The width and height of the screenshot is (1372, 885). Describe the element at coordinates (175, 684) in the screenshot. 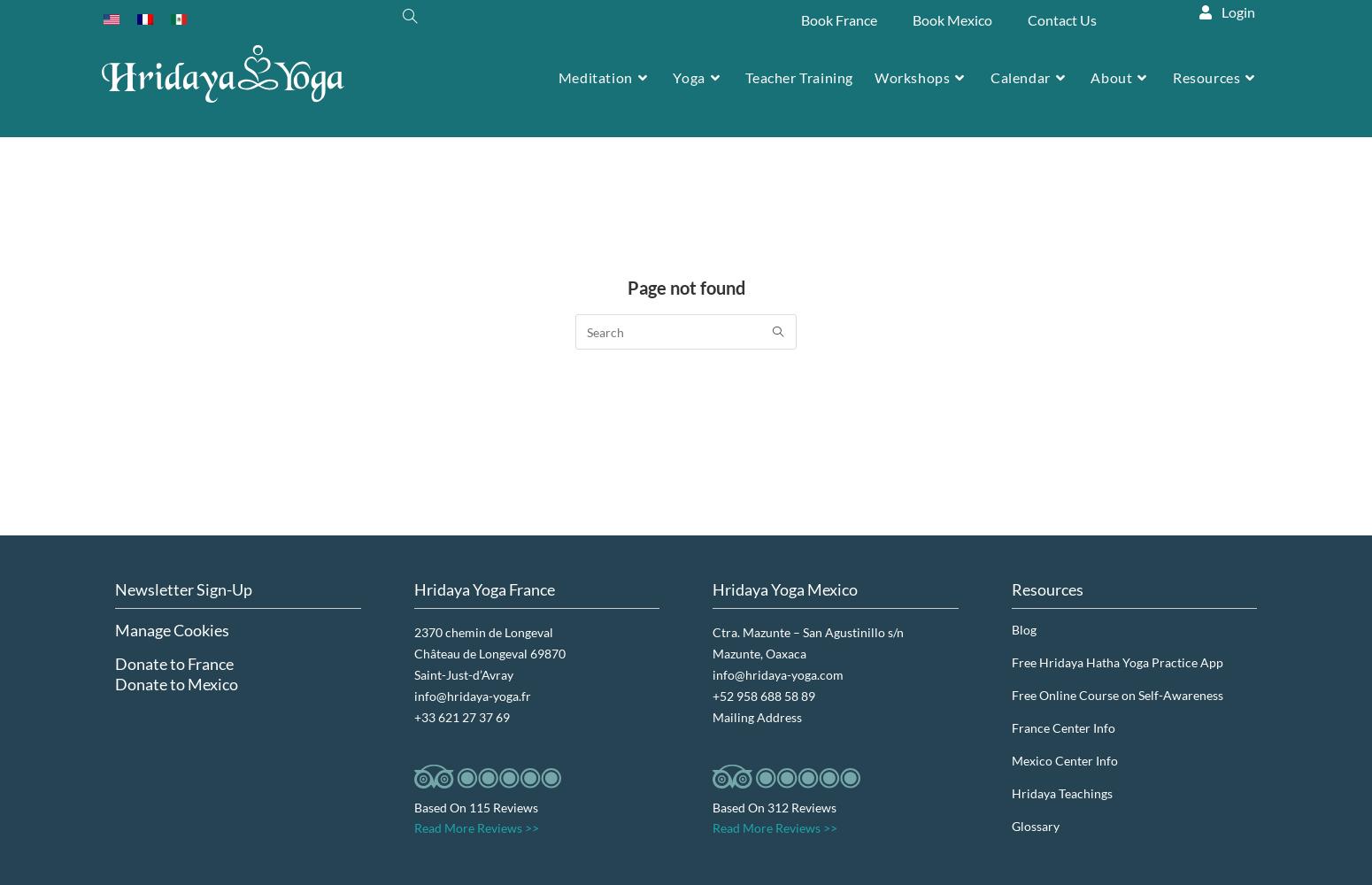

I see `'Donate to Mexico'` at that location.